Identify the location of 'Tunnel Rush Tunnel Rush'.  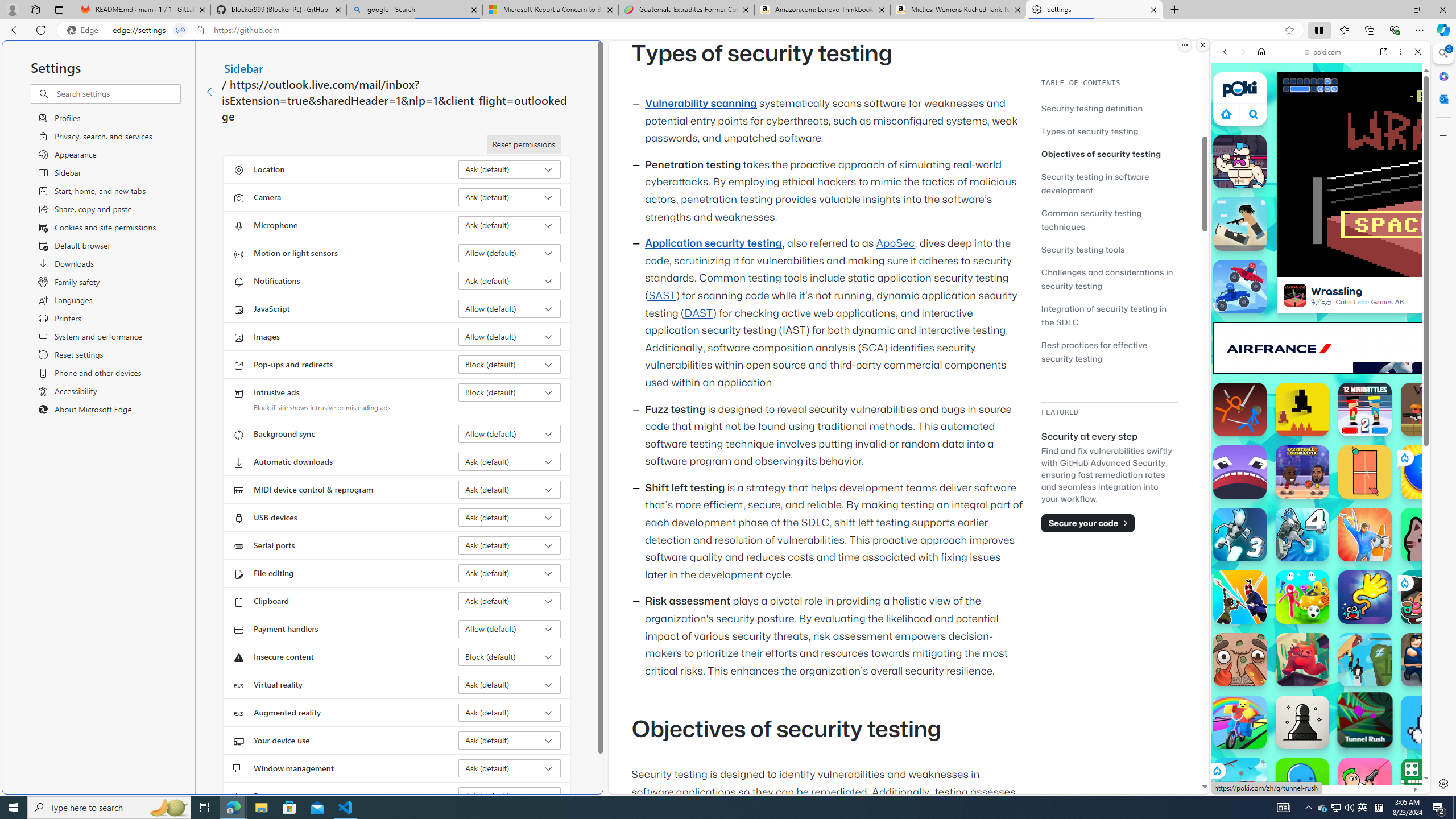
(1365, 719).